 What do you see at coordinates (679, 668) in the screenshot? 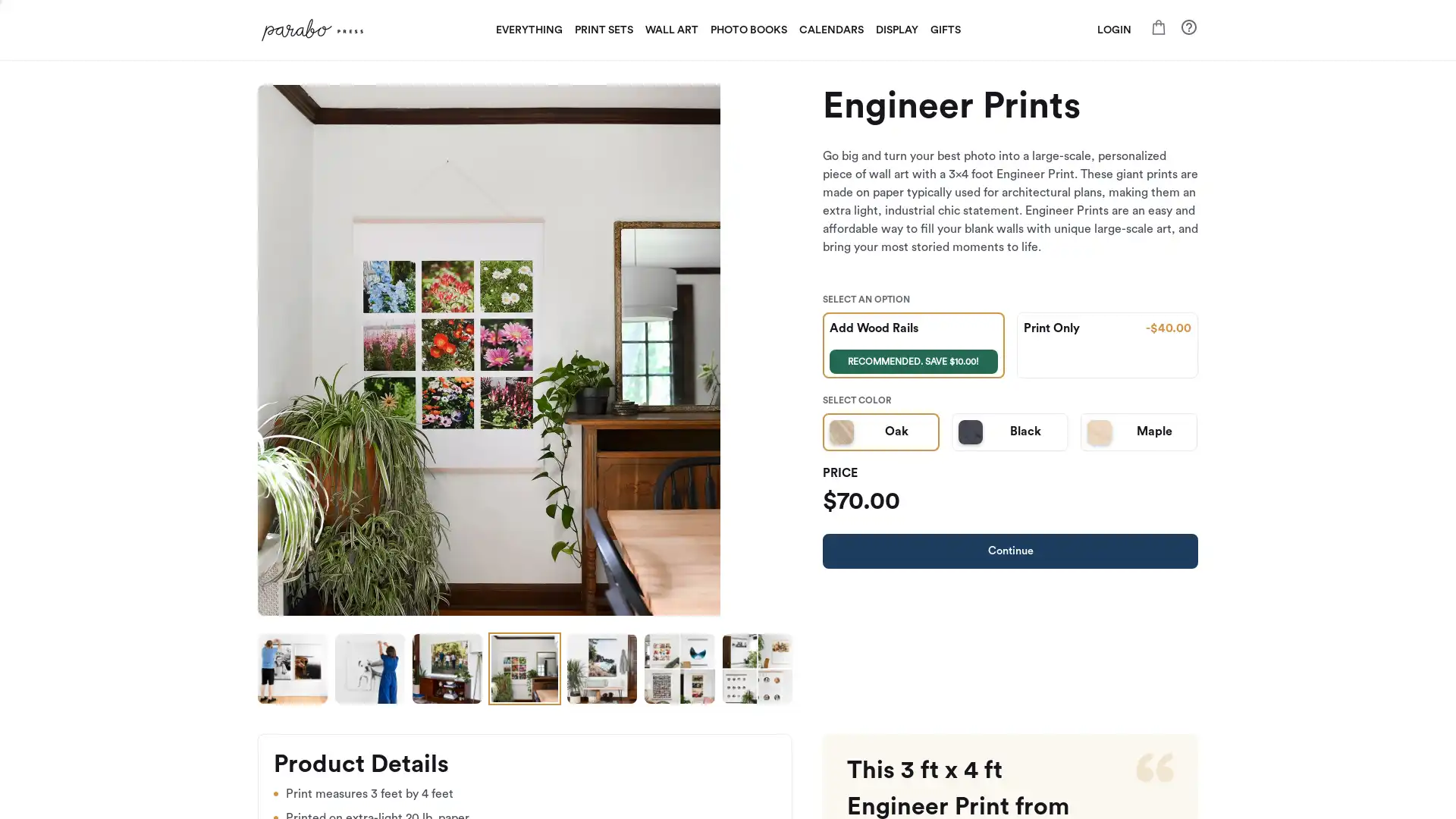
I see `slide dot` at bounding box center [679, 668].